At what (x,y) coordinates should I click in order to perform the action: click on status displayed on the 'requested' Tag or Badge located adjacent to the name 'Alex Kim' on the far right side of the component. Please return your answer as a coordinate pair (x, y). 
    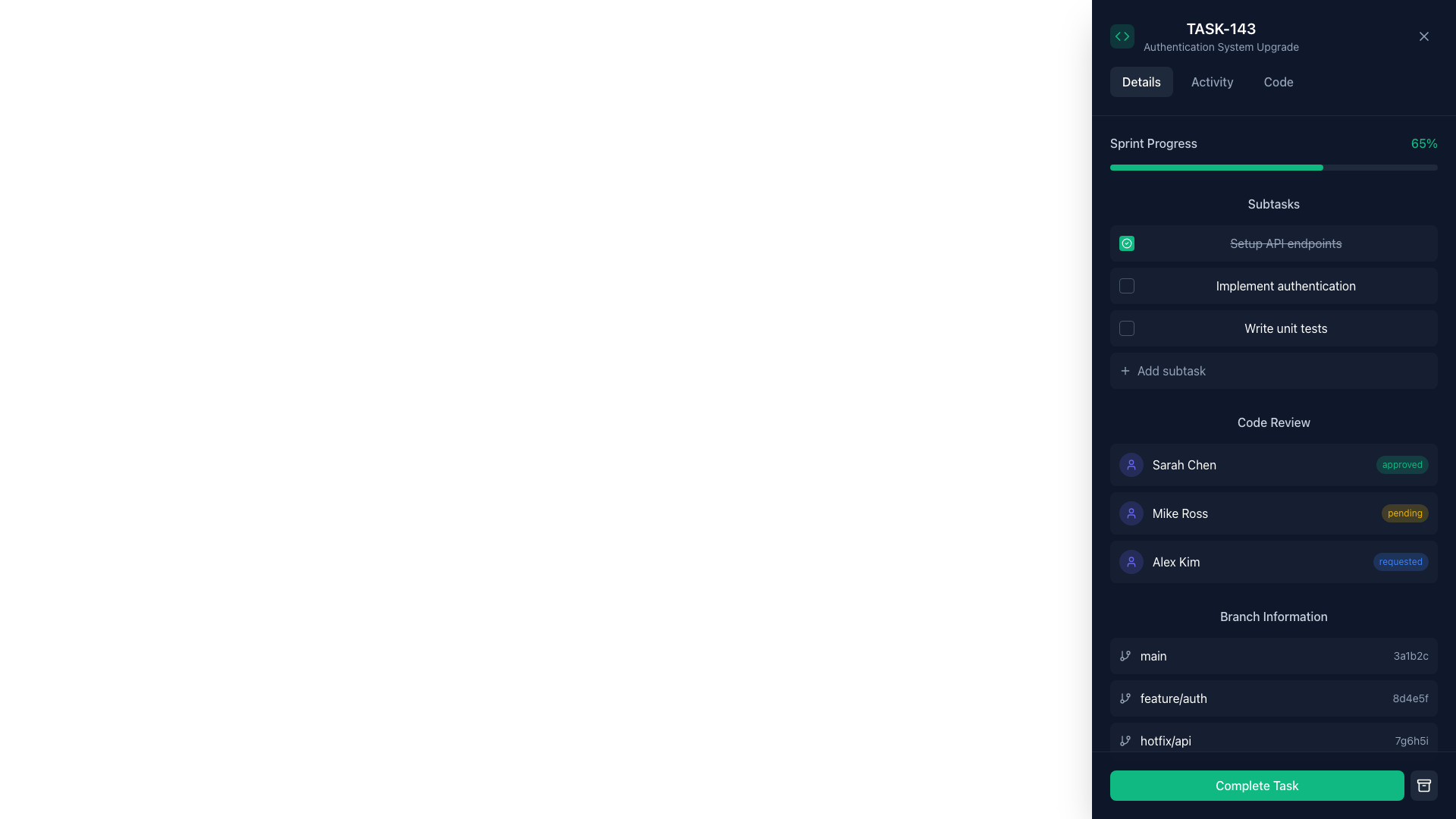
    Looking at the image, I should click on (1400, 561).